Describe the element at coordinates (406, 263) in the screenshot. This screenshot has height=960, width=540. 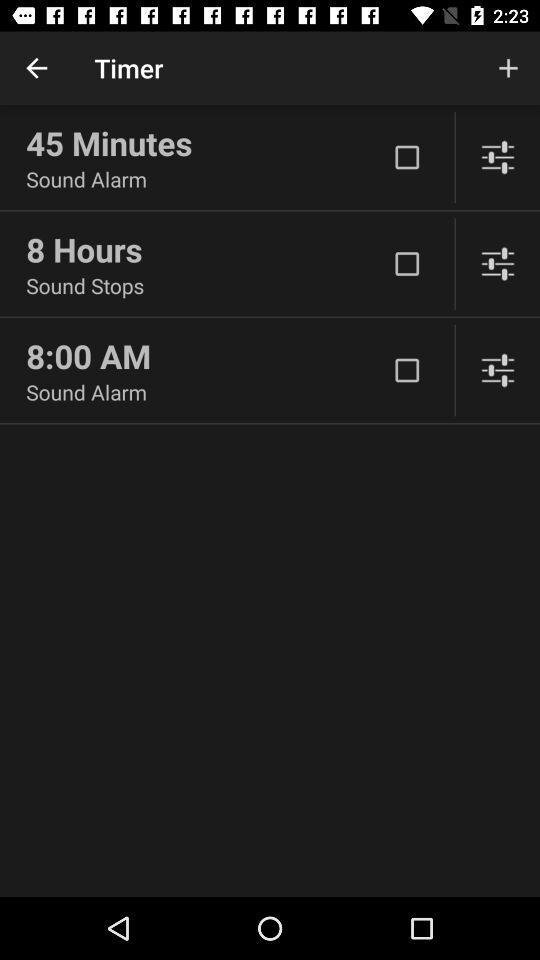
I see `allows you to turn alarm clock on` at that location.